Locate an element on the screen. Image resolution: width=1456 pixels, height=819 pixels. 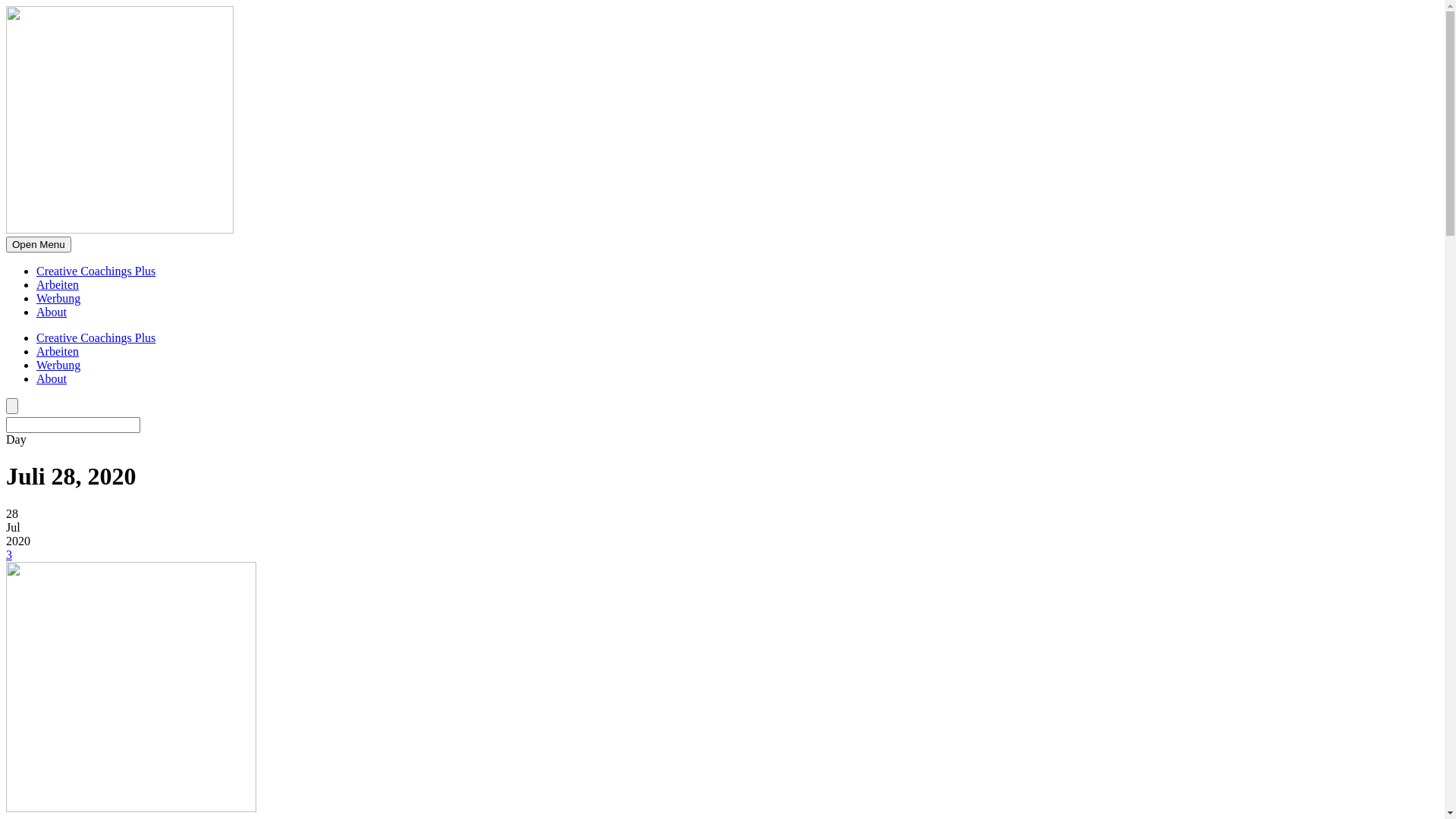
'Creative Coachings Plus' is located at coordinates (95, 337).